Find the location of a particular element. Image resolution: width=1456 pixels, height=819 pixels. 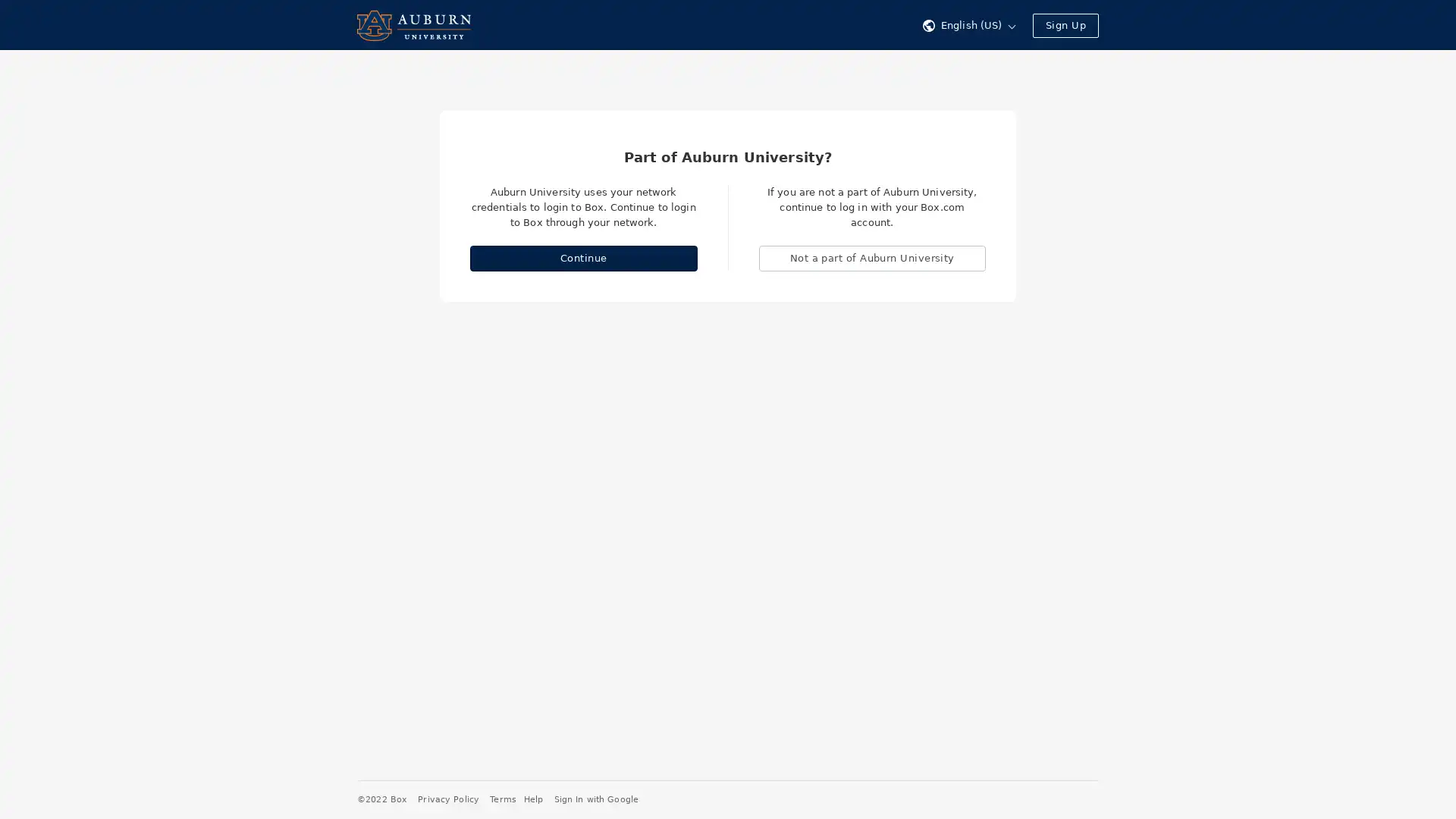

Continue is located at coordinates (582, 257).